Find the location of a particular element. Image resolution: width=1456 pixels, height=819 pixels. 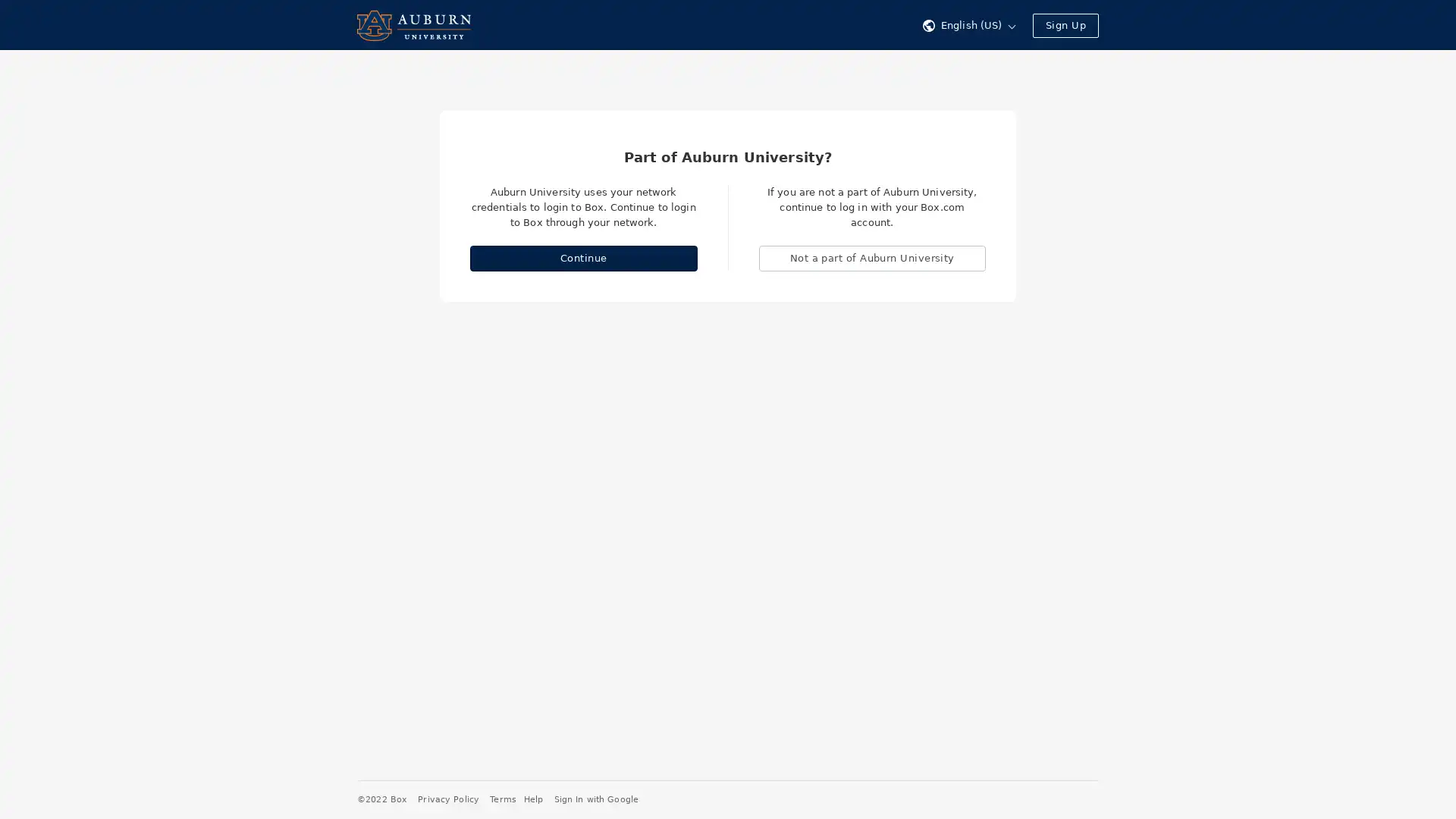

Continue is located at coordinates (582, 257).